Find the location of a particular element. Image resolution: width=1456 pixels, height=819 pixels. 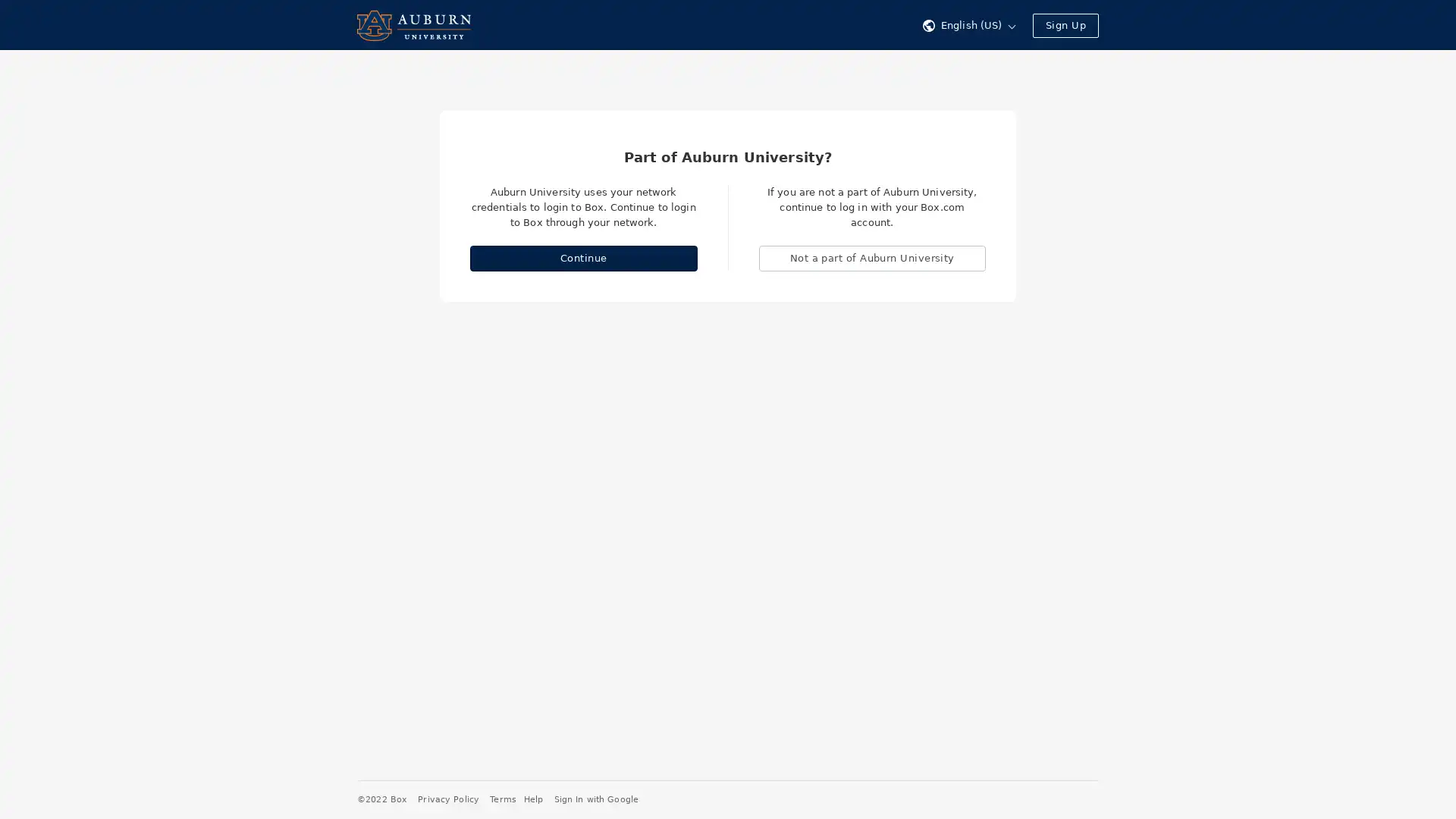

Continue is located at coordinates (582, 257).